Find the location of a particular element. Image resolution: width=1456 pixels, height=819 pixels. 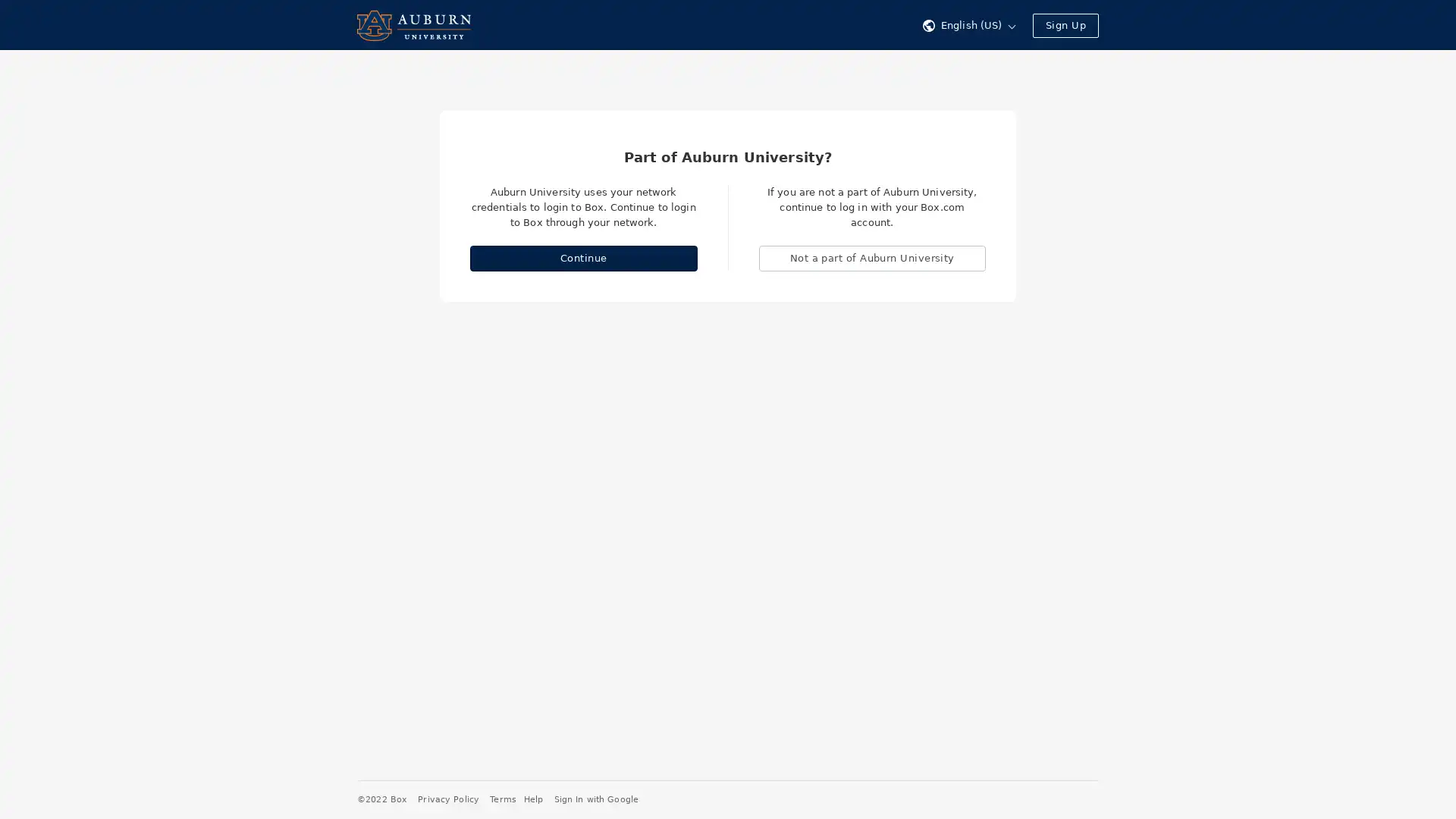

Continue is located at coordinates (582, 257).